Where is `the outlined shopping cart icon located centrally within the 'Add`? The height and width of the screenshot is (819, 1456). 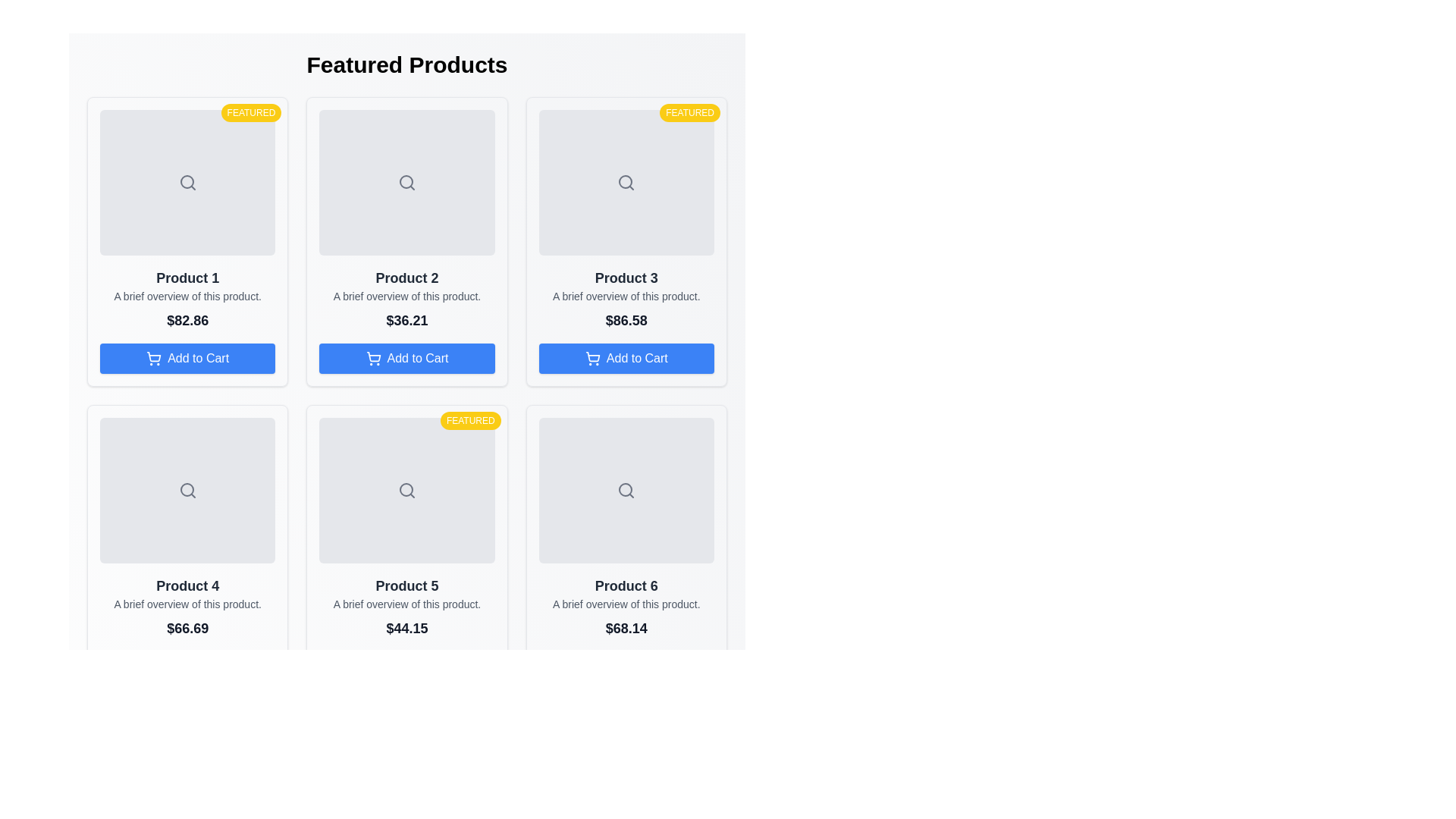 the outlined shopping cart icon located centrally within the 'Add is located at coordinates (373, 356).